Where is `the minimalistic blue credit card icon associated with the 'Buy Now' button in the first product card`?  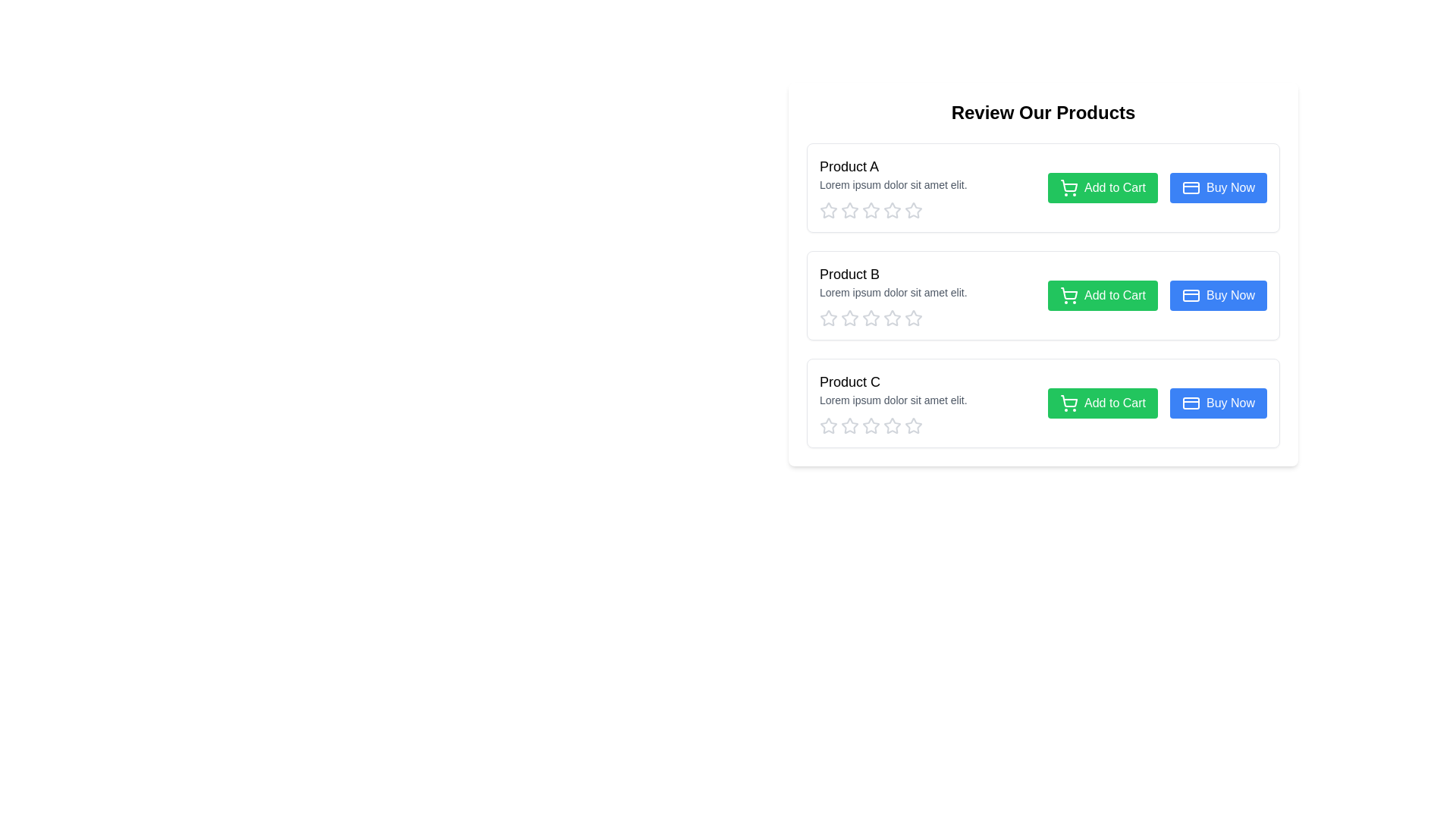 the minimalistic blue credit card icon associated with the 'Buy Now' button in the first product card is located at coordinates (1190, 187).